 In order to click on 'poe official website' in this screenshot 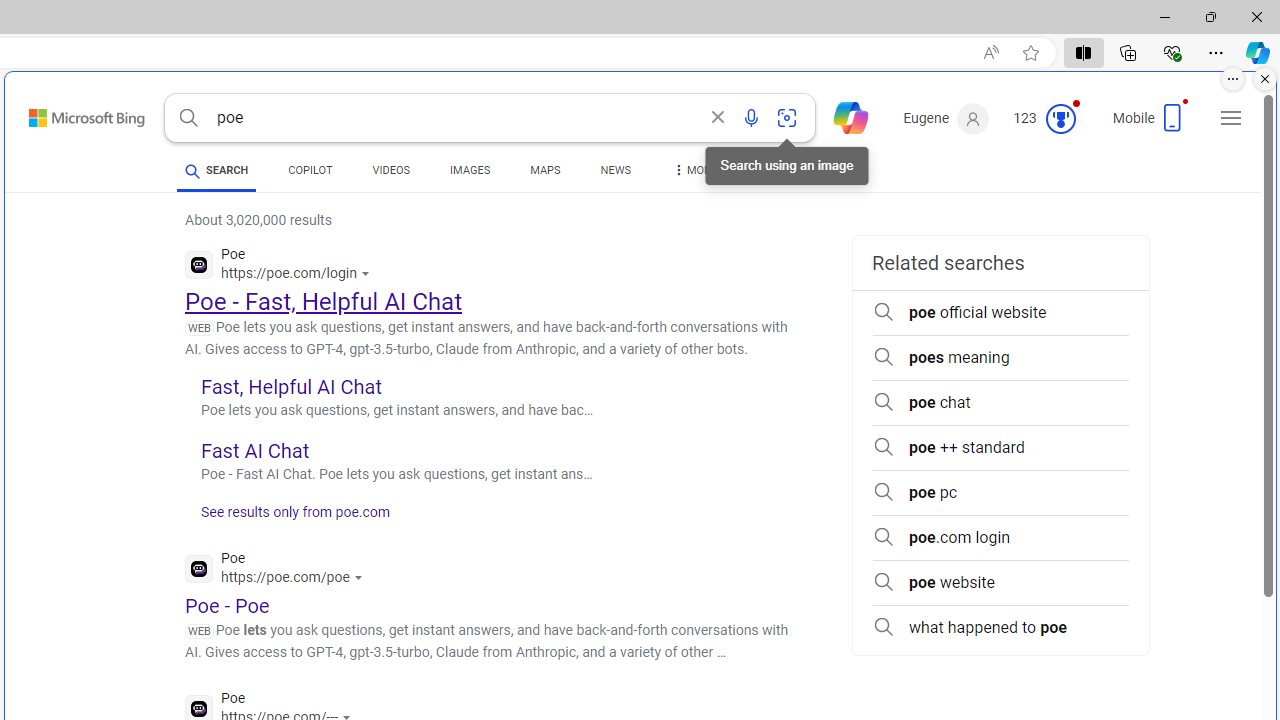, I will do `click(1000, 312)`.